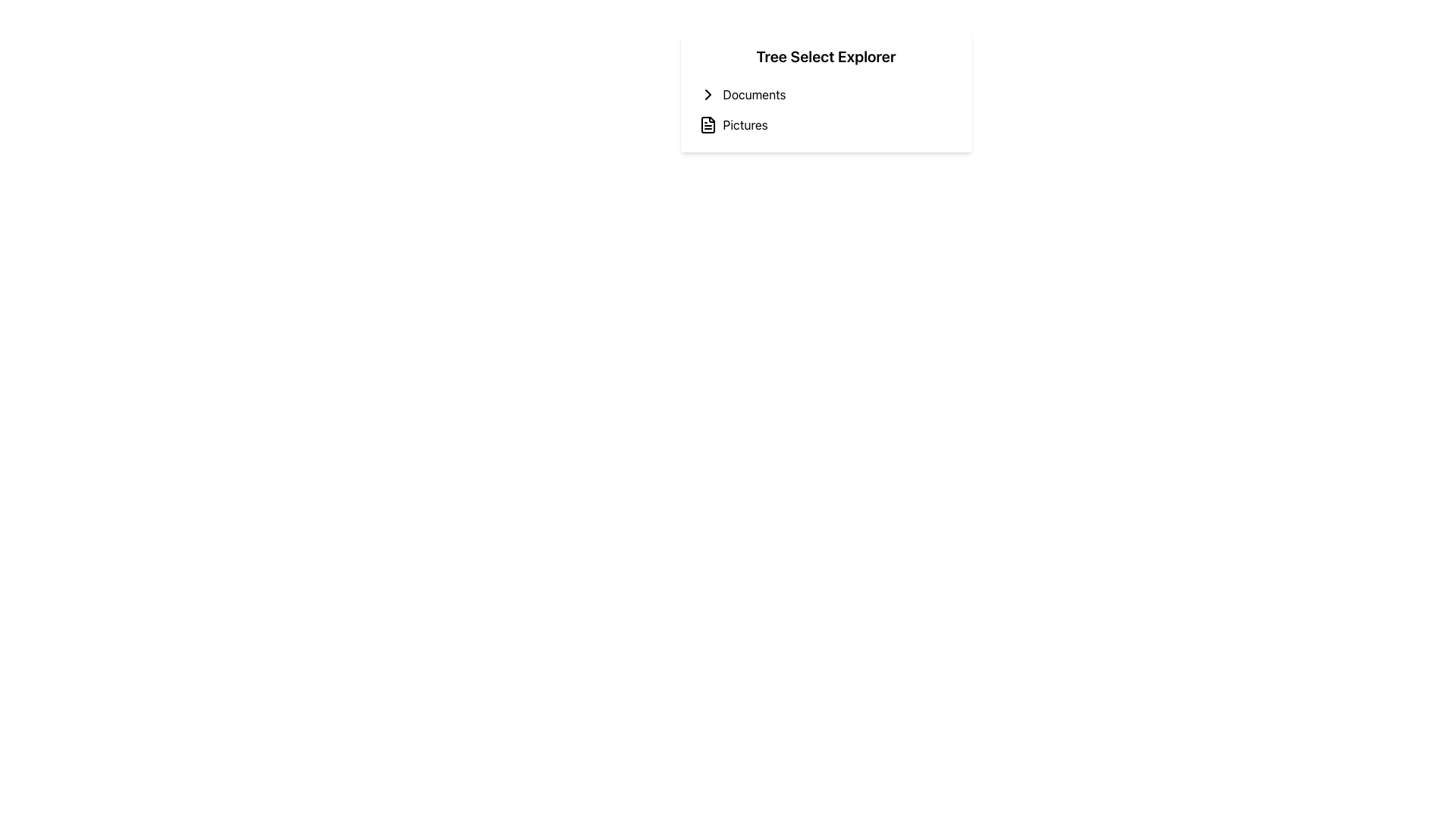  I want to click on the first icon in the navigation tree representing the 'Pictures' item, so click(707, 124).